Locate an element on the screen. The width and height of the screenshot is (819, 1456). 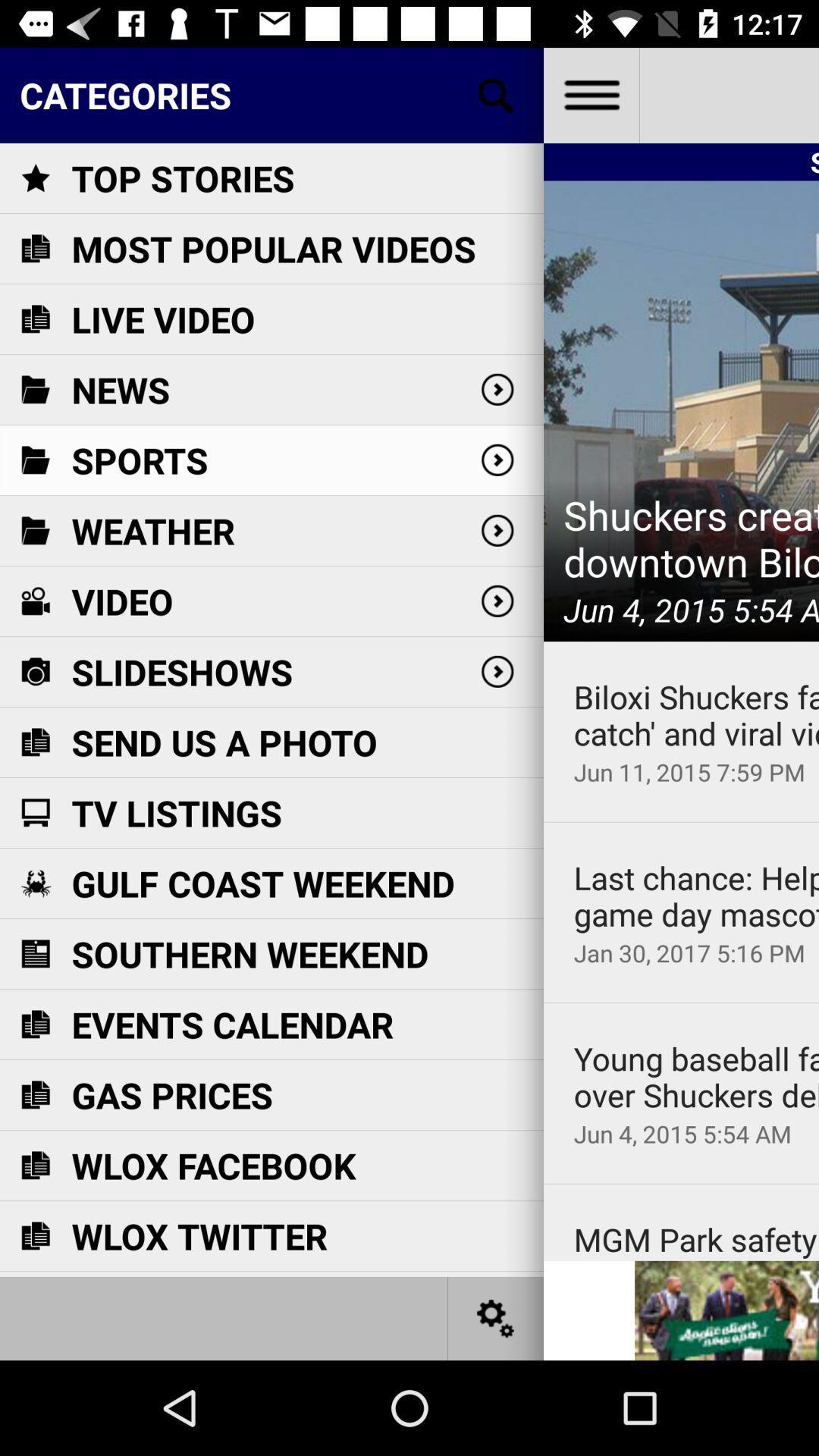
the icon beside news is located at coordinates (34, 389).